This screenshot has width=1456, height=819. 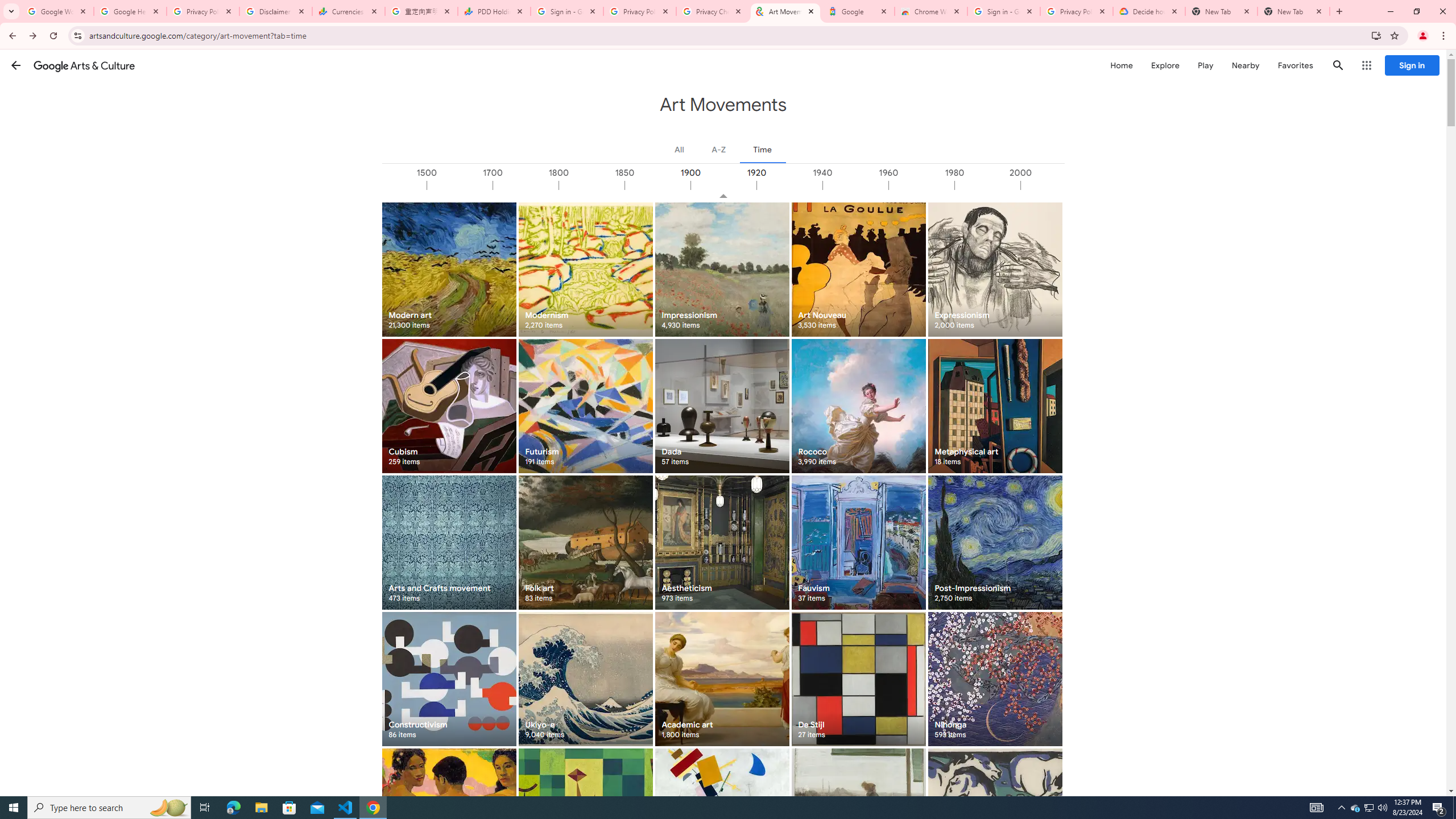 What do you see at coordinates (1376, 35) in the screenshot?
I see `'Install Google Arts & Culture'` at bounding box center [1376, 35].